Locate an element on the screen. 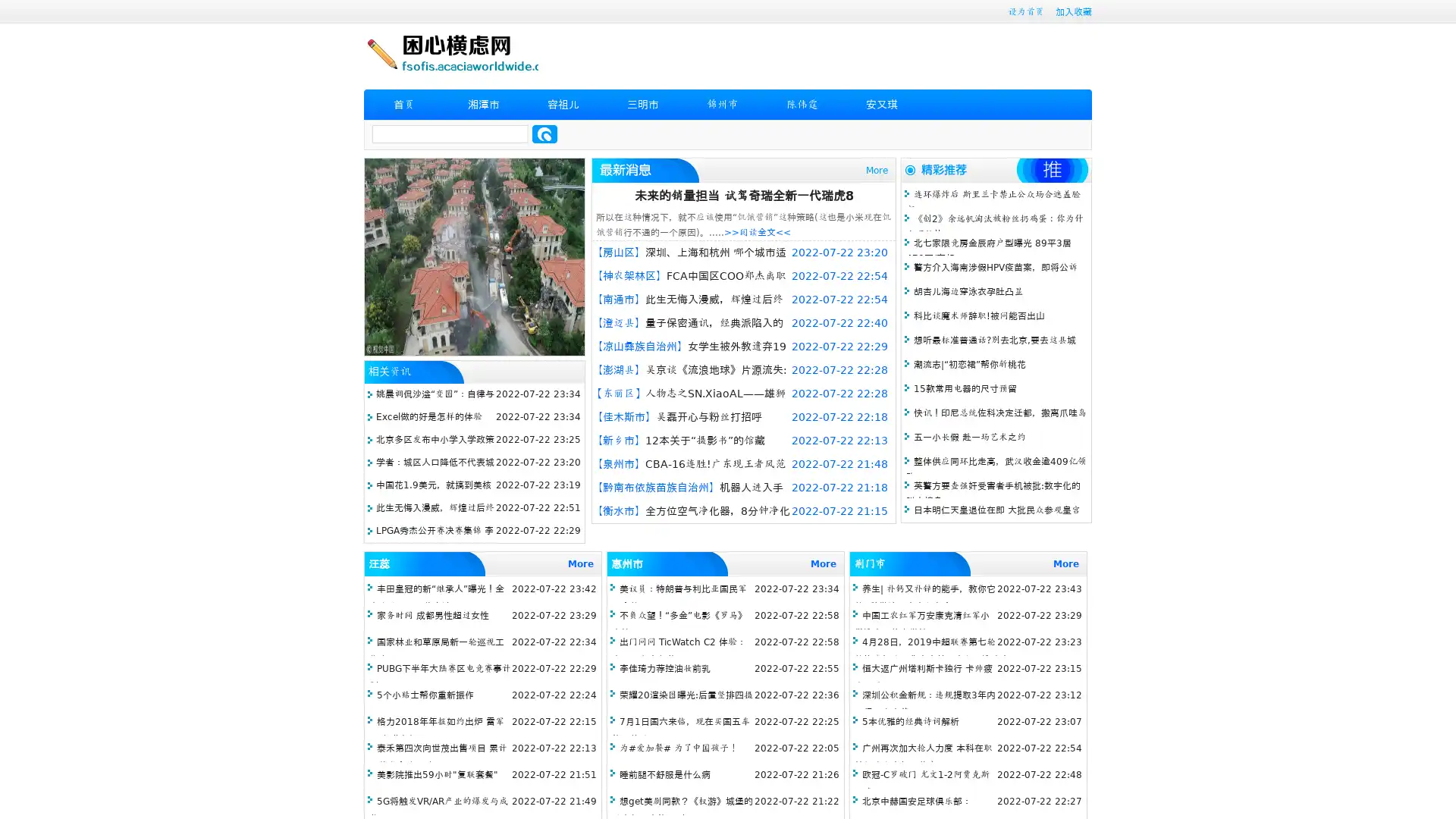  Search is located at coordinates (544, 133).